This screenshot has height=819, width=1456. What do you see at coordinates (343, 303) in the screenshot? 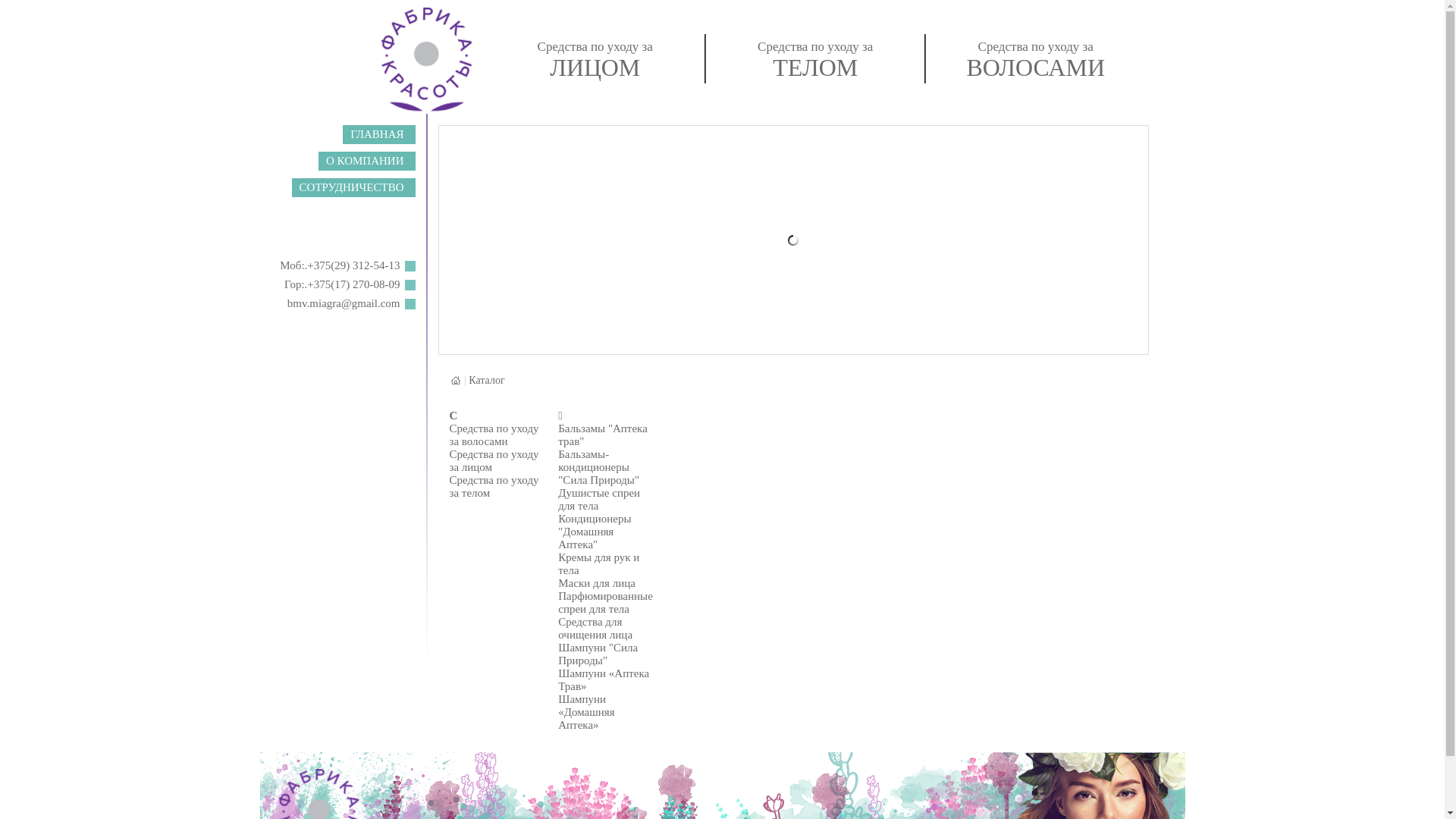
I see `'bmv.miagra@gmail.com'` at bounding box center [343, 303].